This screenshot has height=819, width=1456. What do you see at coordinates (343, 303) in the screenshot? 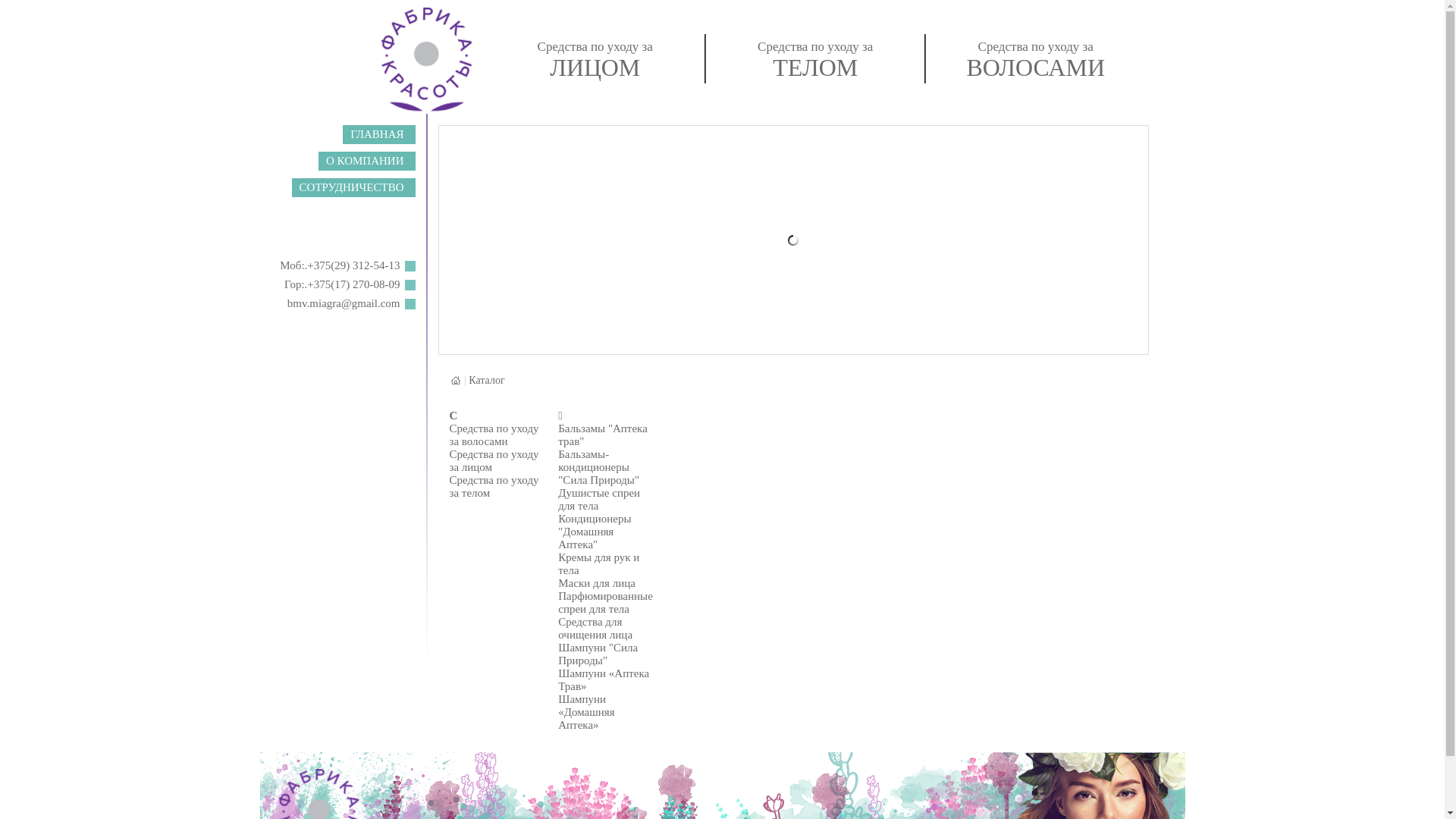
I see `'bmv.miagra@gmail.com'` at bounding box center [343, 303].